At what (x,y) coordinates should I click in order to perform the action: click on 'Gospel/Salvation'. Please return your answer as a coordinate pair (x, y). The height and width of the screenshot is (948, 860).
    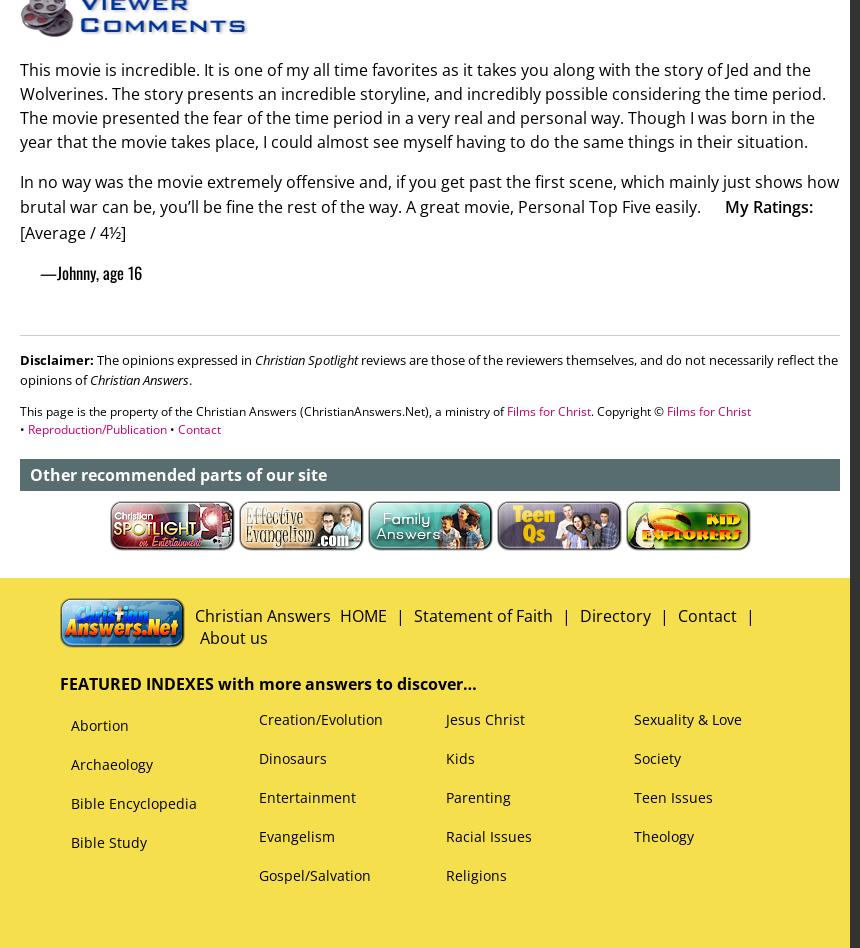
    Looking at the image, I should click on (258, 873).